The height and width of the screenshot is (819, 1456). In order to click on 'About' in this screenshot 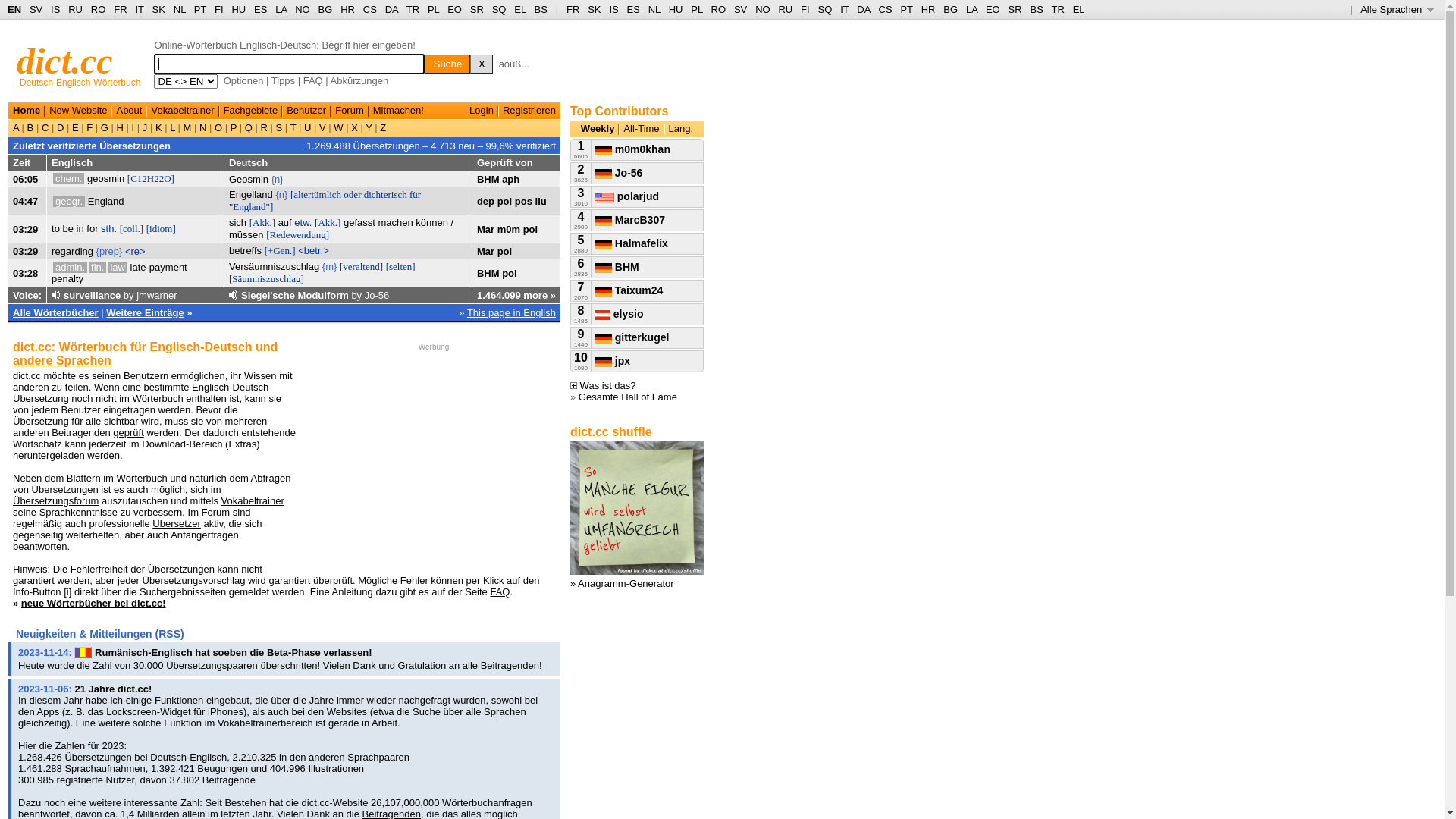, I will do `click(128, 109)`.